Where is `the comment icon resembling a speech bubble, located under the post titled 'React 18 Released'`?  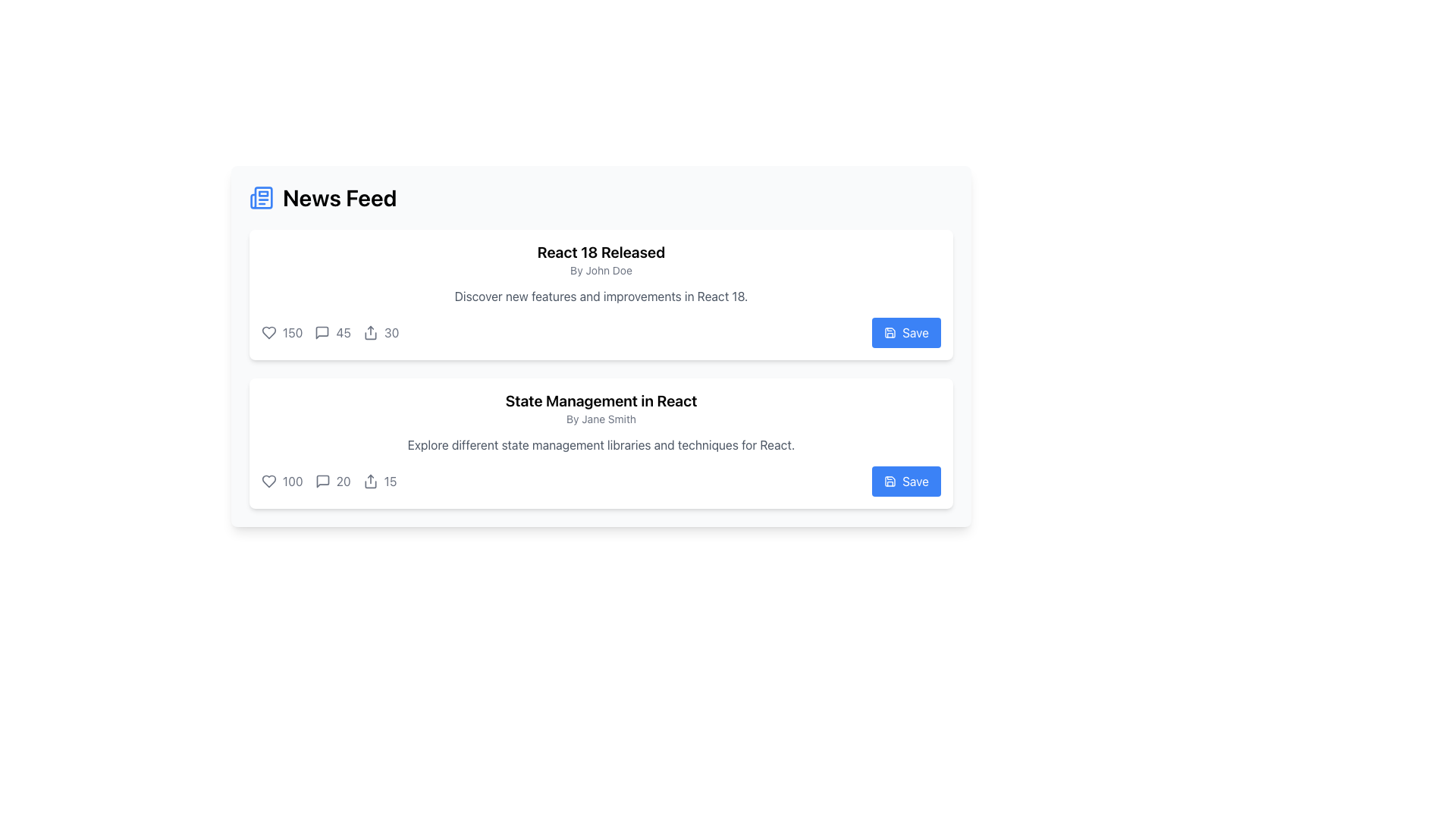
the comment icon resembling a speech bubble, located under the post titled 'React 18 Released' is located at coordinates (322, 332).